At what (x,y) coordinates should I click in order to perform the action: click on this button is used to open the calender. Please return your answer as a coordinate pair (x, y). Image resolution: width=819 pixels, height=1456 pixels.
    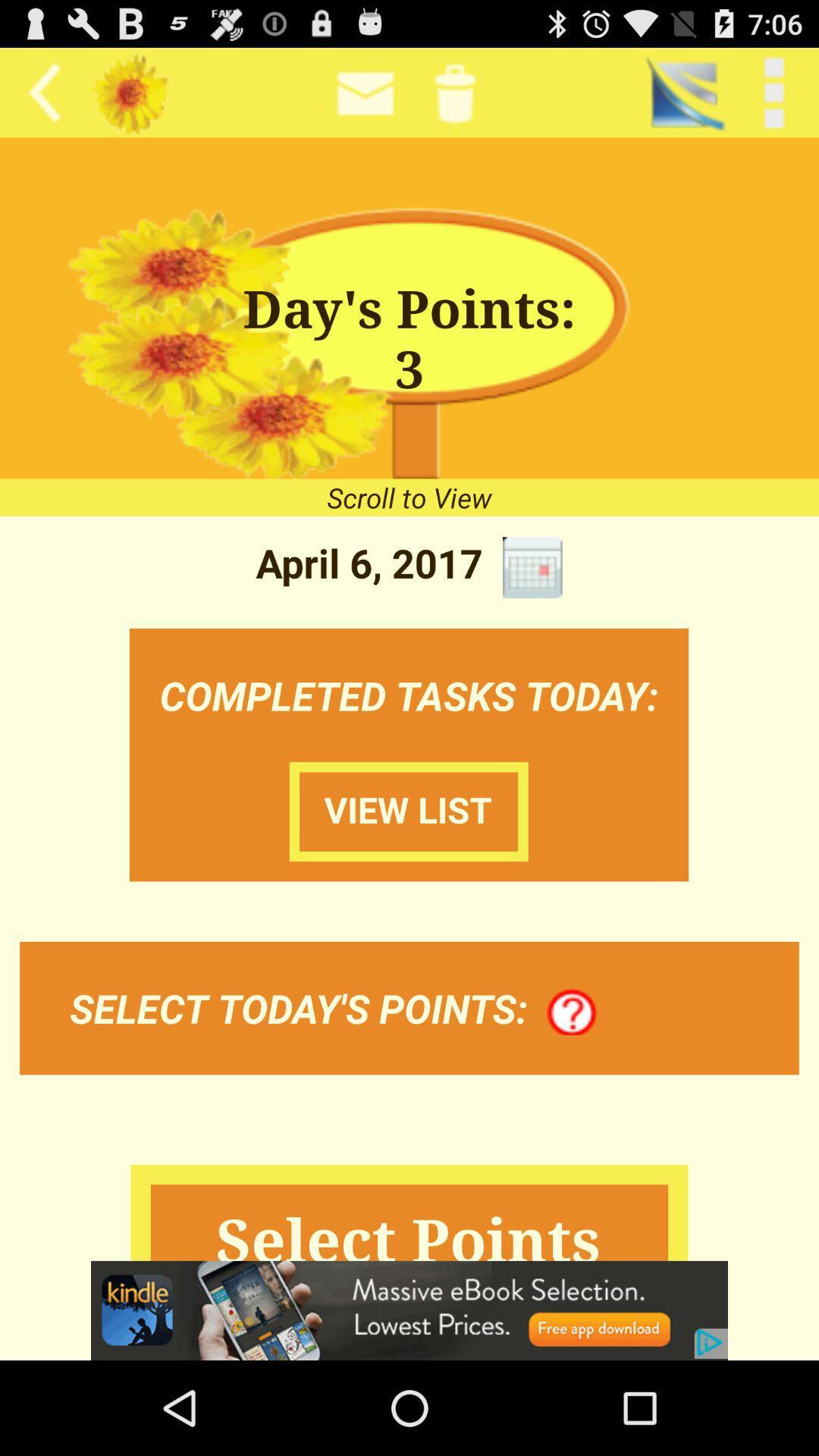
    Looking at the image, I should click on (532, 566).